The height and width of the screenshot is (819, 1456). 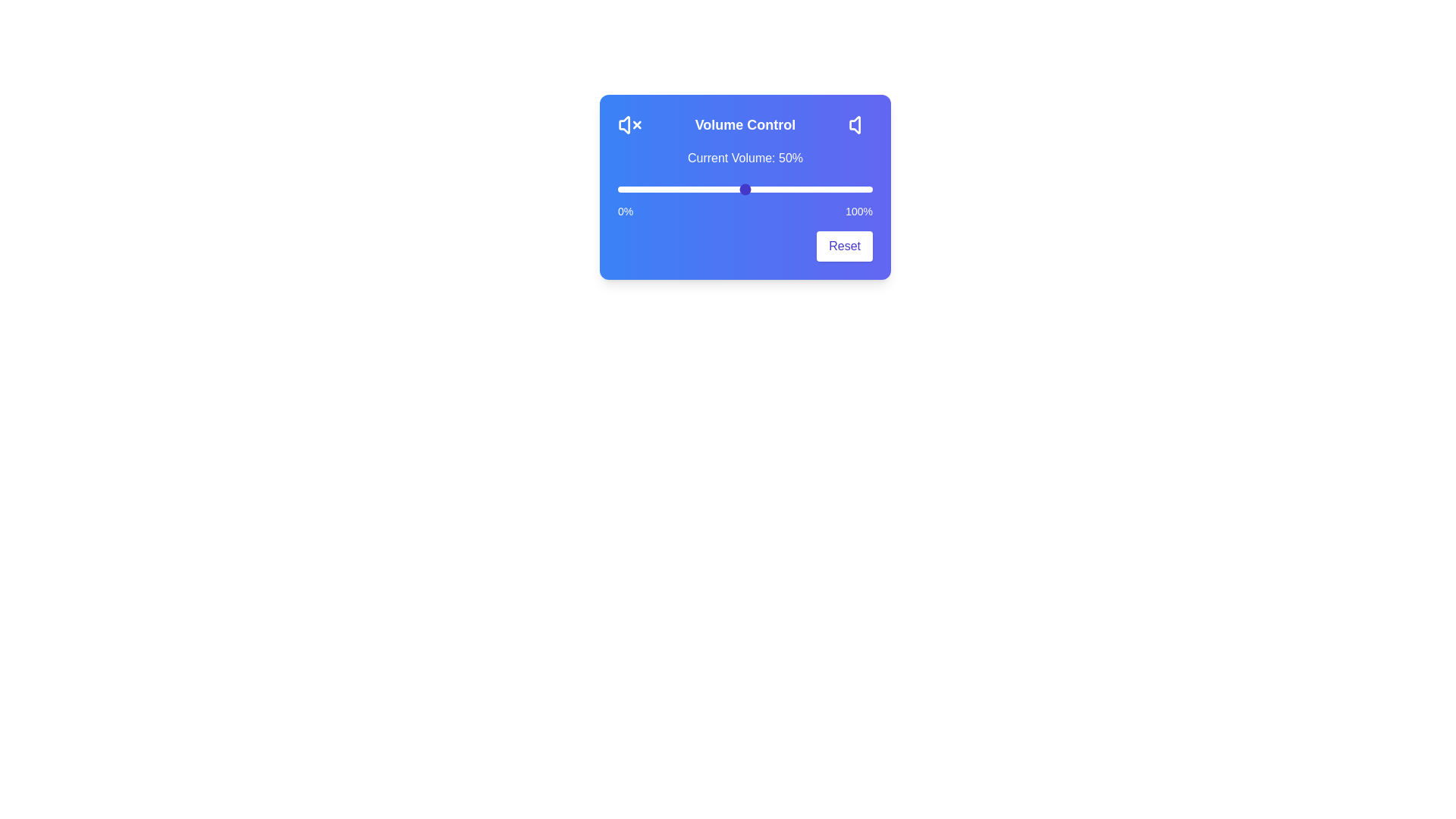 I want to click on the Reset button to reset the volume, so click(x=843, y=245).